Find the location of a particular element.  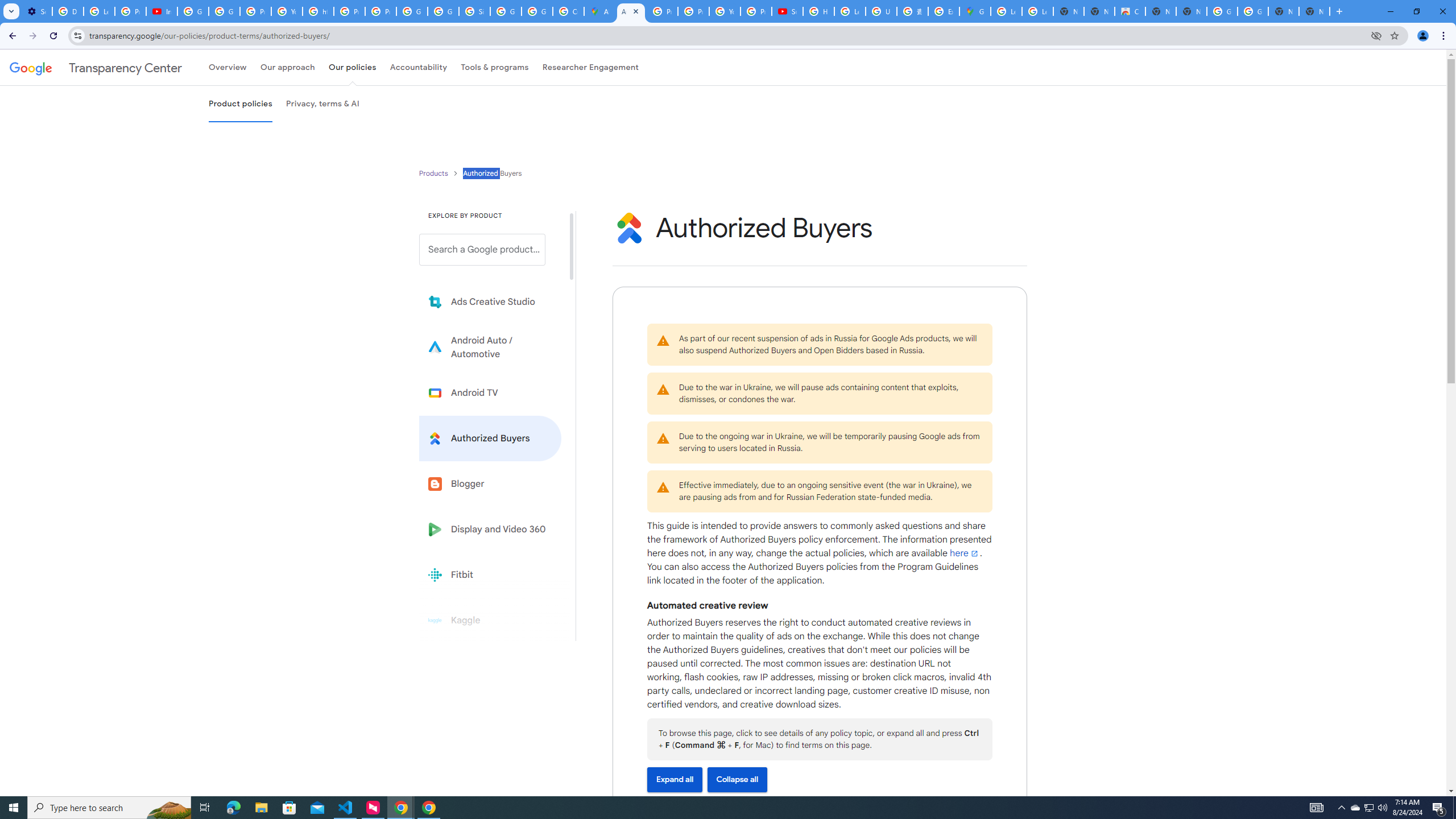

'Our policies' is located at coordinates (352, 67).